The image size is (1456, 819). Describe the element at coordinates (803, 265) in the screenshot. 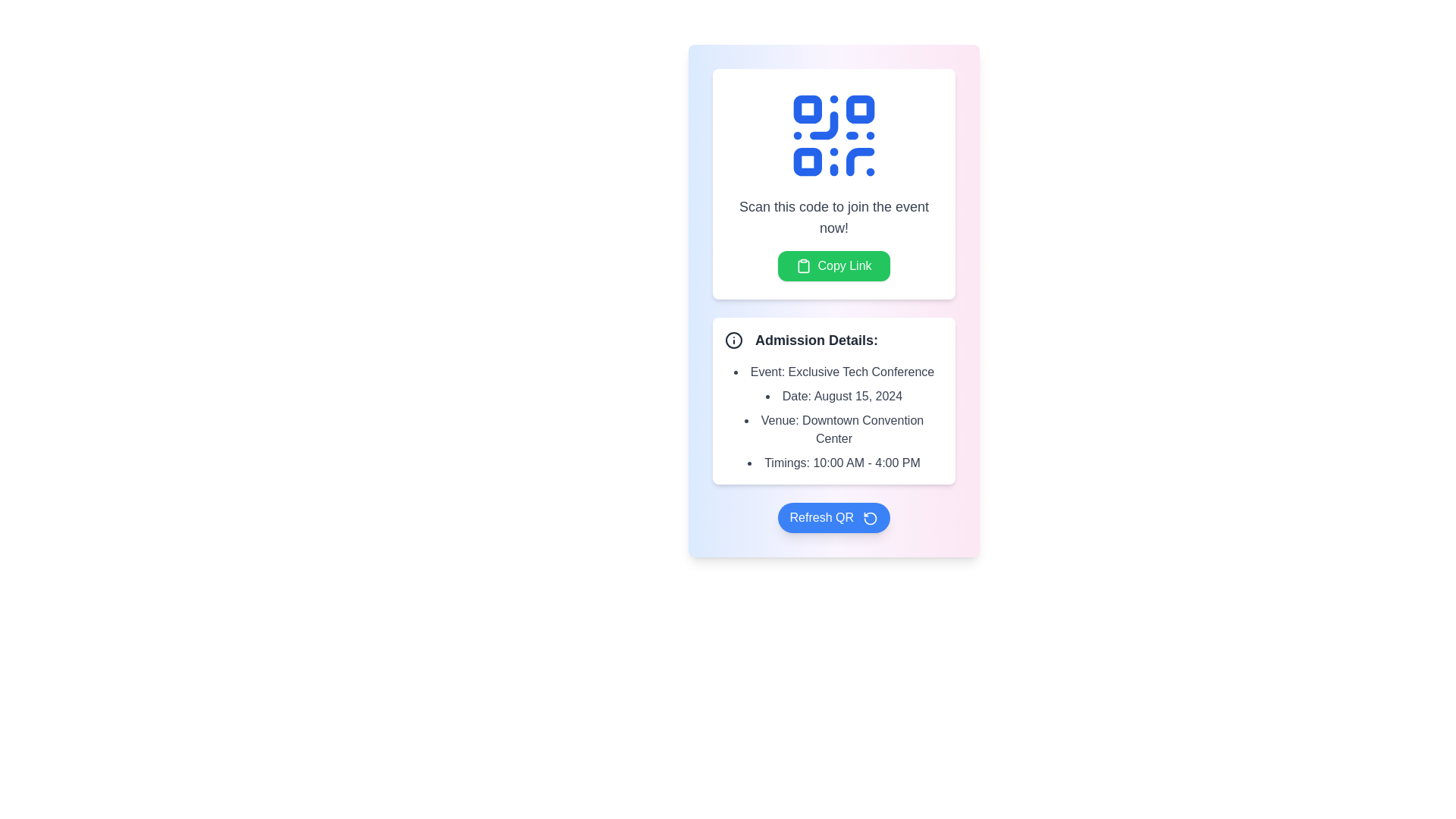

I see `the Icon (SVG) that indicates the purpose of the 'Copy Link' button, which is centrally located below a QR code and above the 'Admission Details' section` at that location.